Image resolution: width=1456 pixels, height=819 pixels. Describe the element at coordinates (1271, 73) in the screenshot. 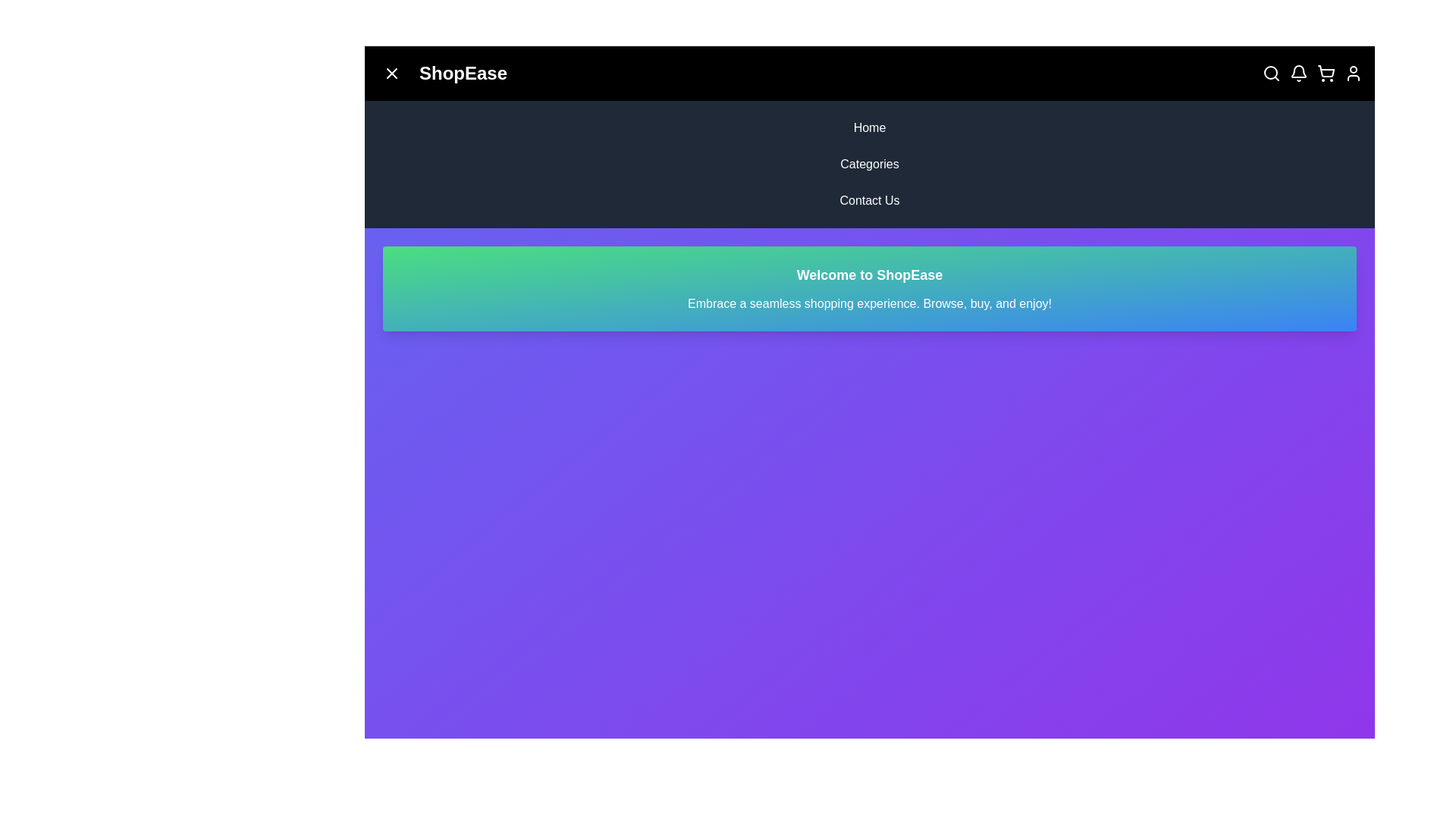

I see `the search icon in the top right corner of the app bar` at that location.